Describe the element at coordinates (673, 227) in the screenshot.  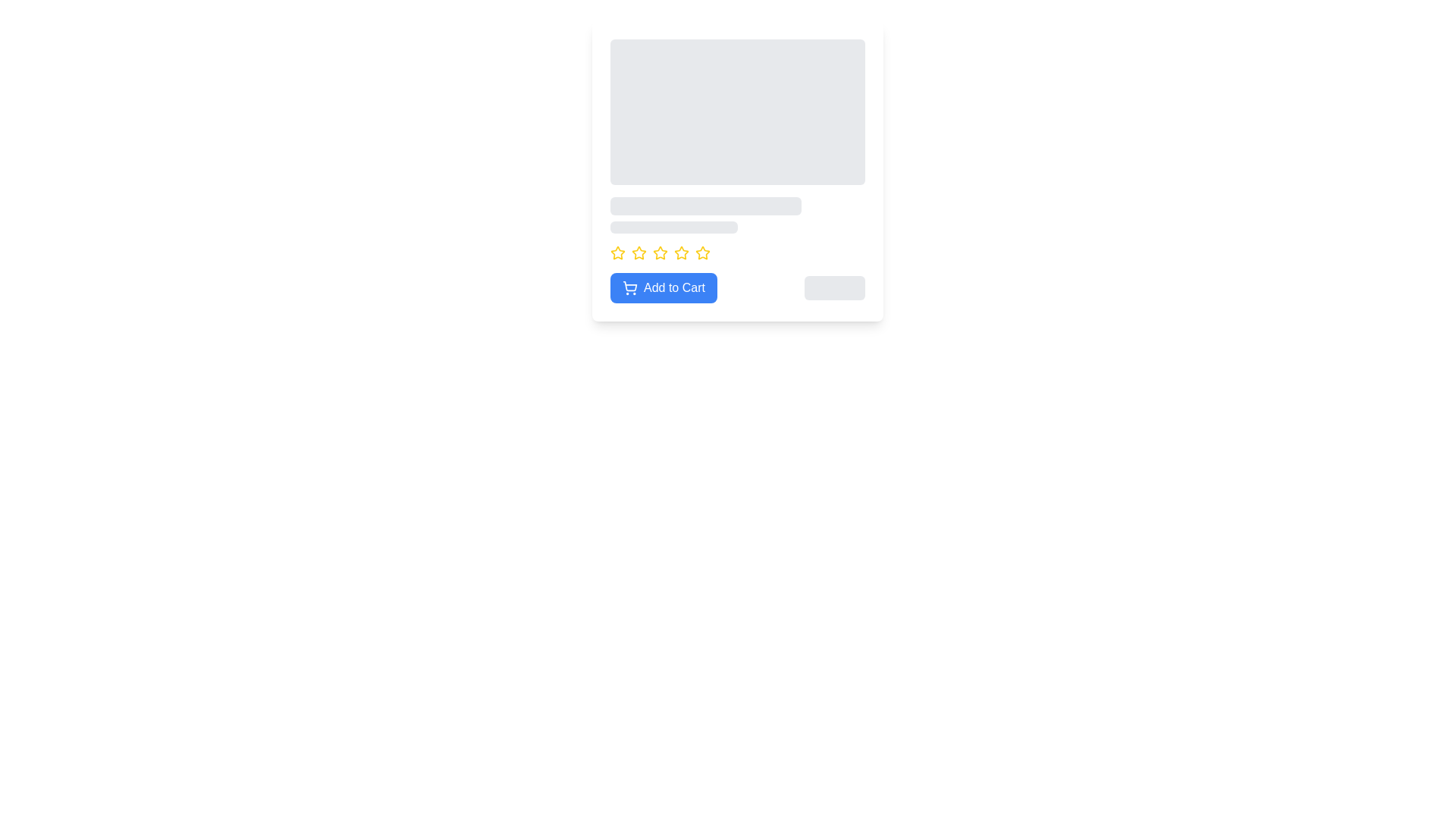
I see `the second placeholder component, which is located directly below a larger rectangular placeholder and above a row of yellow star icons` at that location.